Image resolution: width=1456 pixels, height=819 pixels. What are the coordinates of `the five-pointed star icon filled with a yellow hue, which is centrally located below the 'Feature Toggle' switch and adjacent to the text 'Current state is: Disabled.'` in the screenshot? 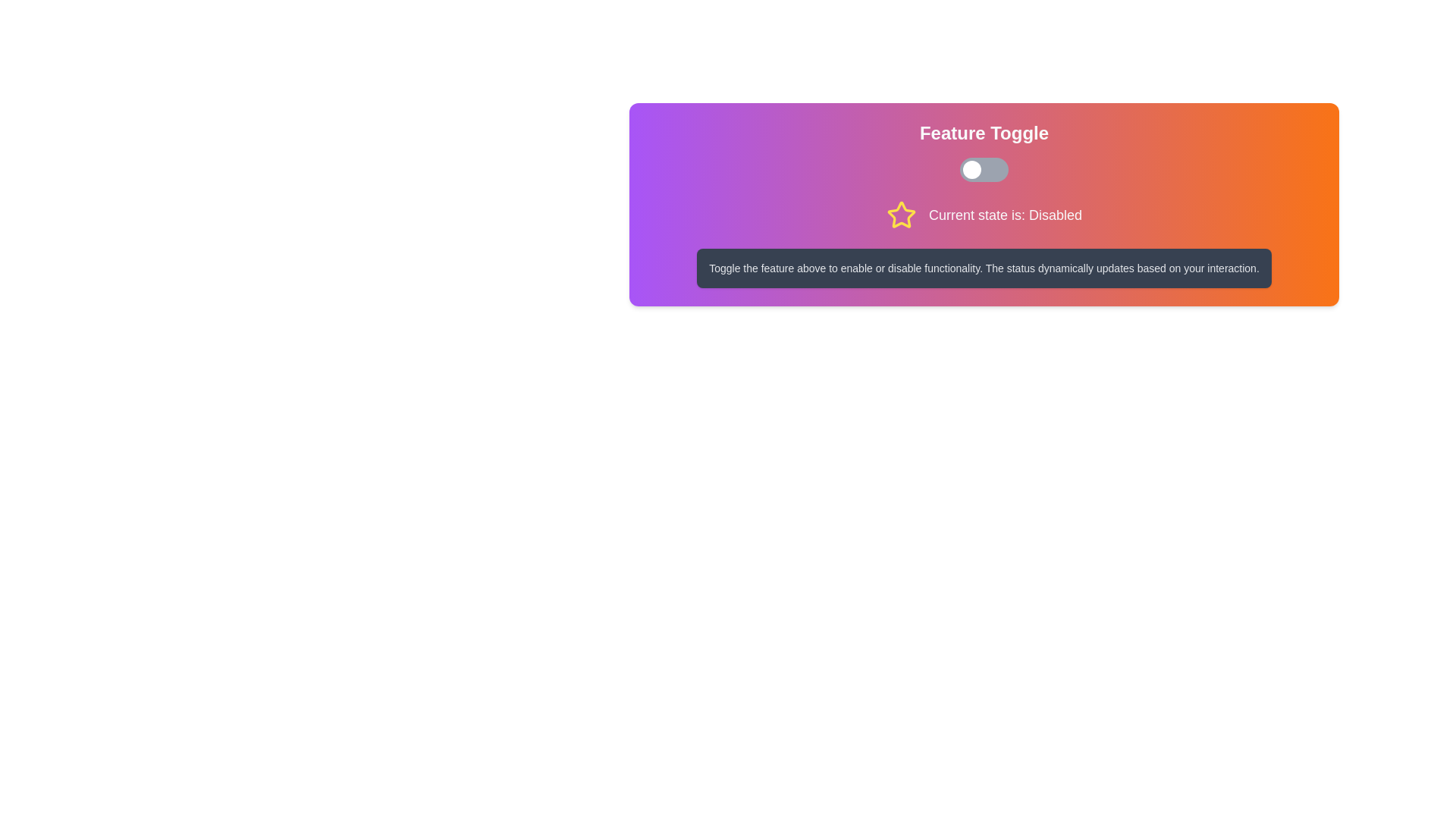 It's located at (901, 215).